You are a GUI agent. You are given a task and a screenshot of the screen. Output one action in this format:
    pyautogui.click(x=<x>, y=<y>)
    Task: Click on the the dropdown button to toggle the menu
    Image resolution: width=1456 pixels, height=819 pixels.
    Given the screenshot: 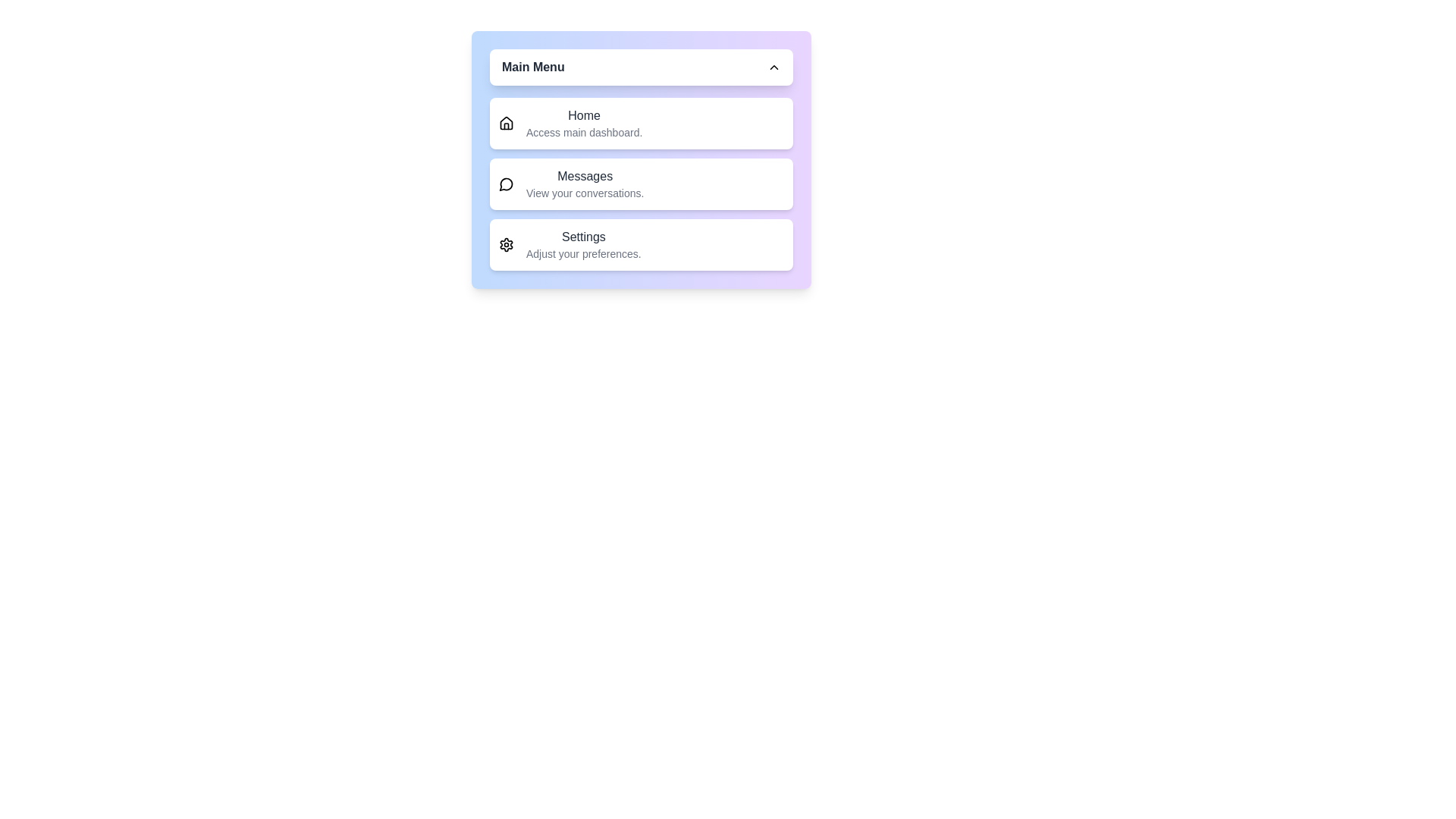 What is the action you would take?
    pyautogui.click(x=641, y=66)
    